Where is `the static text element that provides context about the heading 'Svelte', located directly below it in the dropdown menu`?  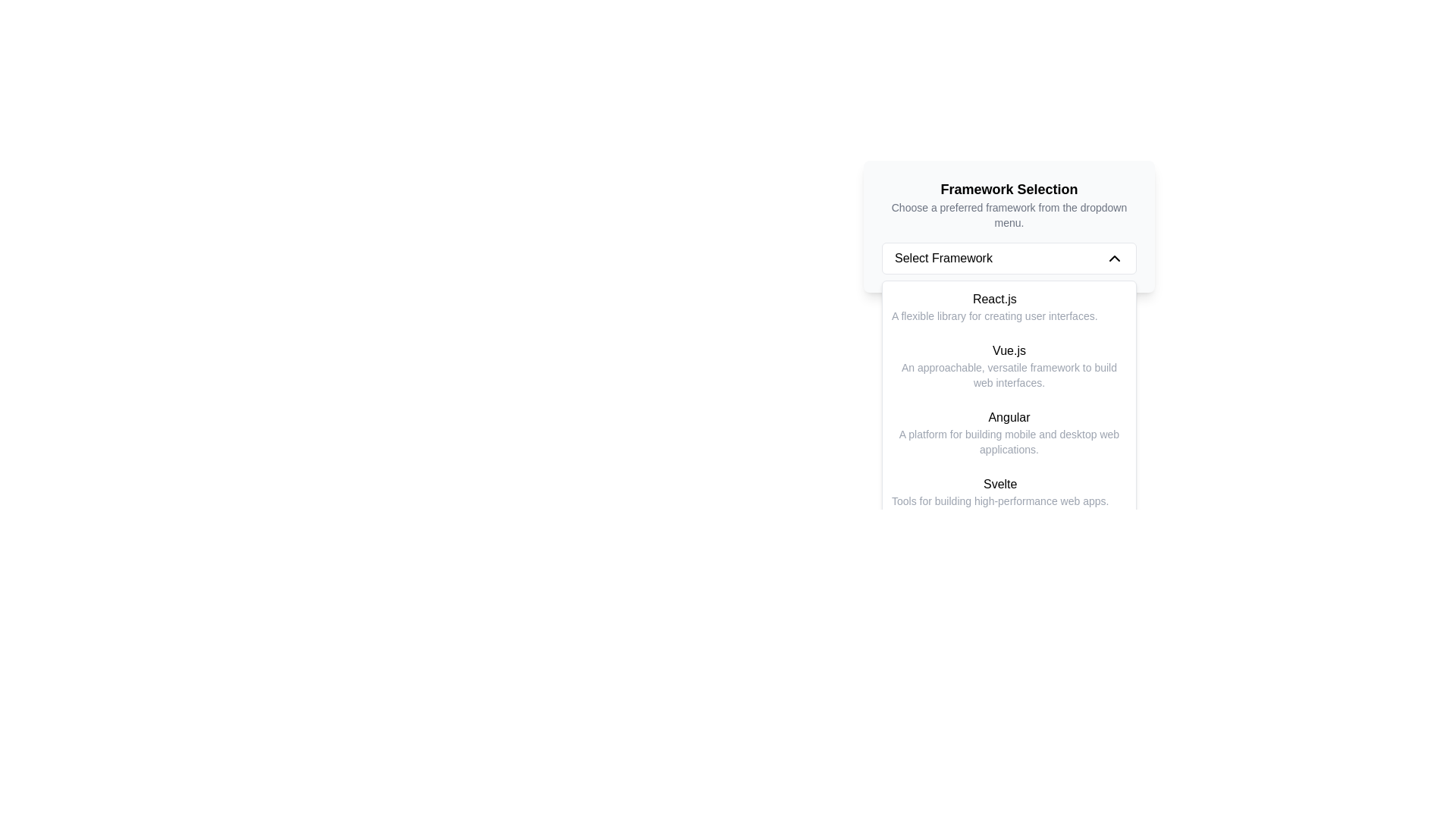 the static text element that provides context about the heading 'Svelte', located directly below it in the dropdown menu is located at coordinates (1000, 500).